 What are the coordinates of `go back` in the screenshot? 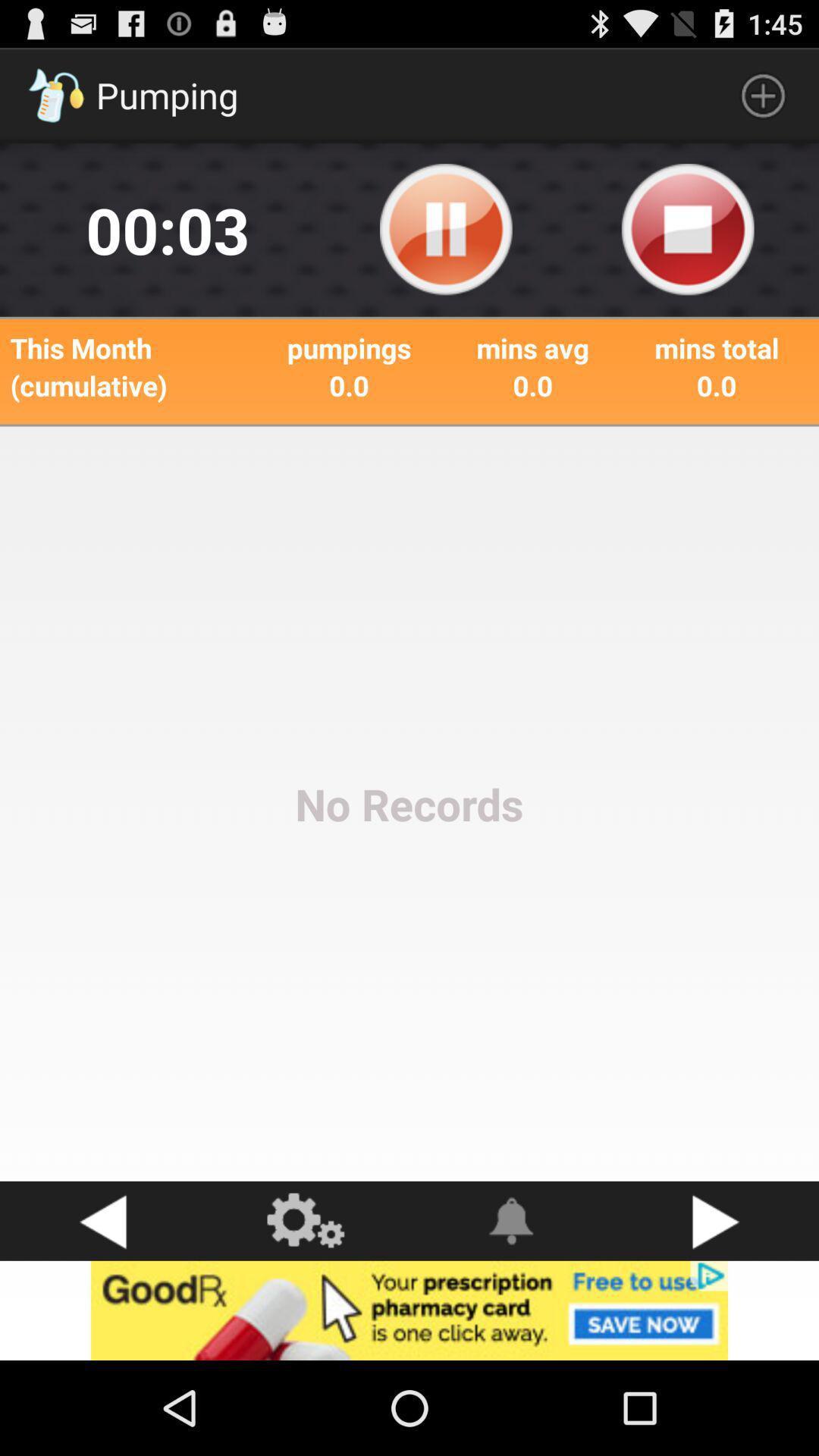 It's located at (102, 1221).